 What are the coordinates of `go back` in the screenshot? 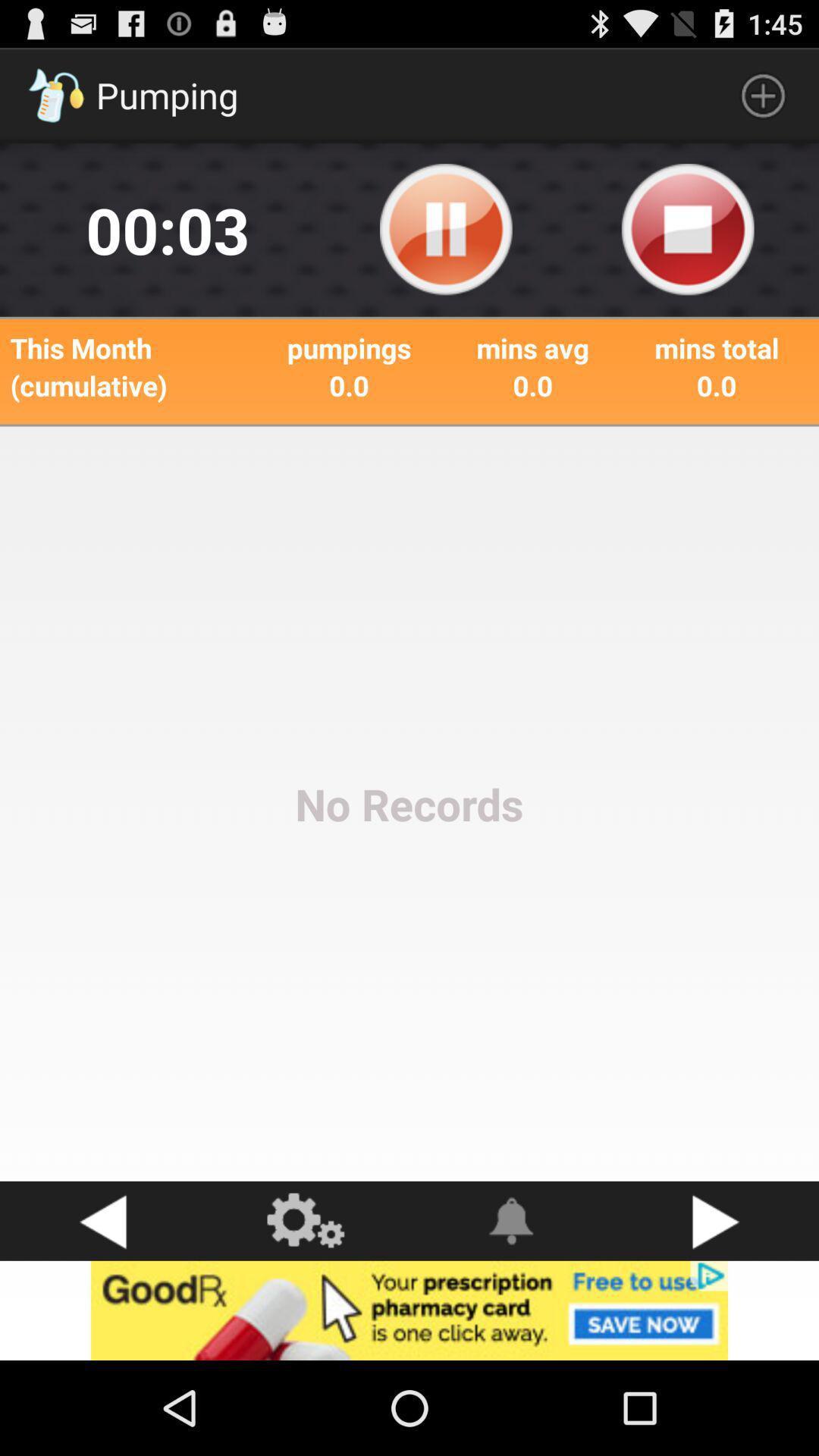 It's located at (102, 1221).